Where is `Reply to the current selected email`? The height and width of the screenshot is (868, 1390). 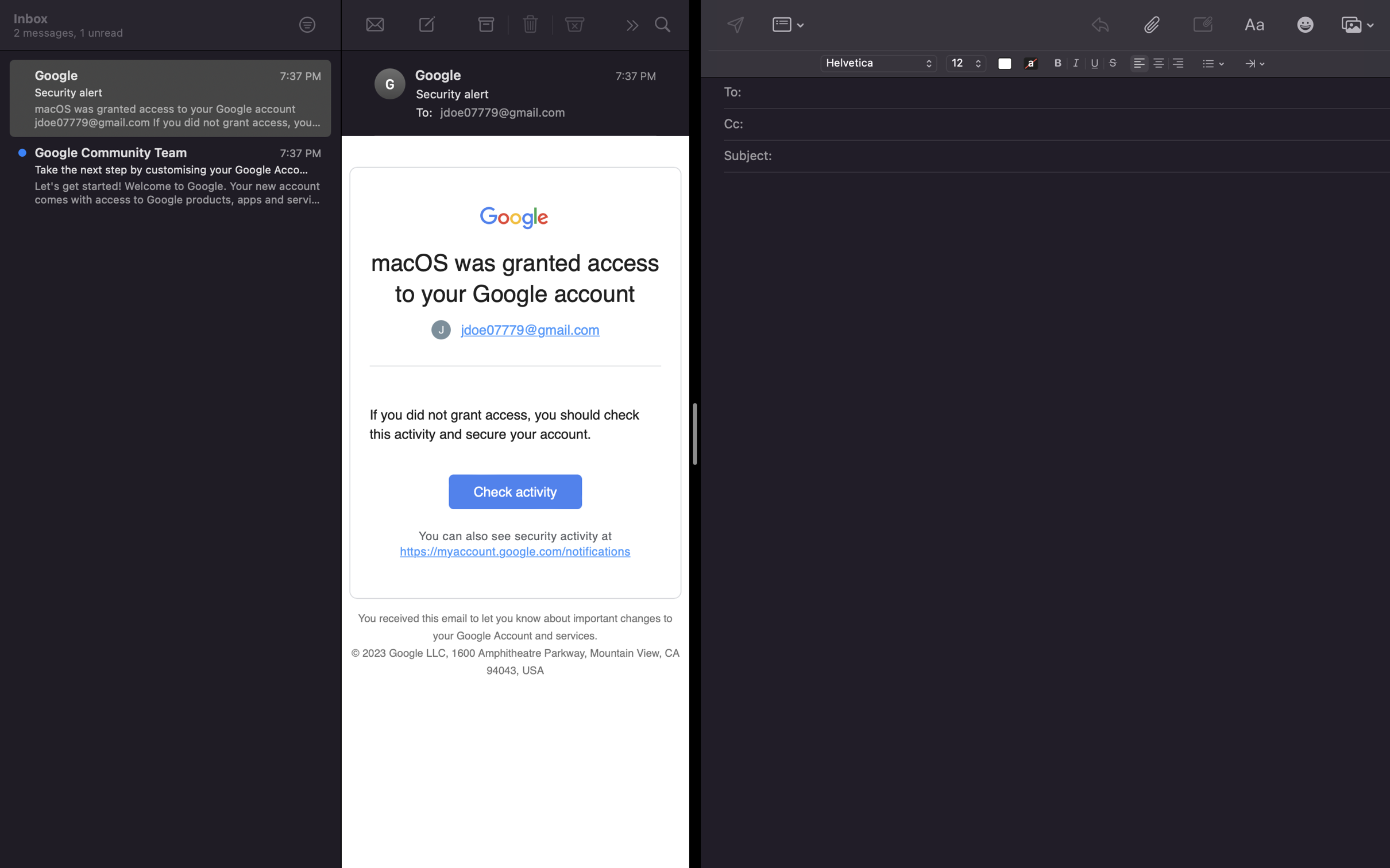
Reply to the current selected email is located at coordinates (630, 26).